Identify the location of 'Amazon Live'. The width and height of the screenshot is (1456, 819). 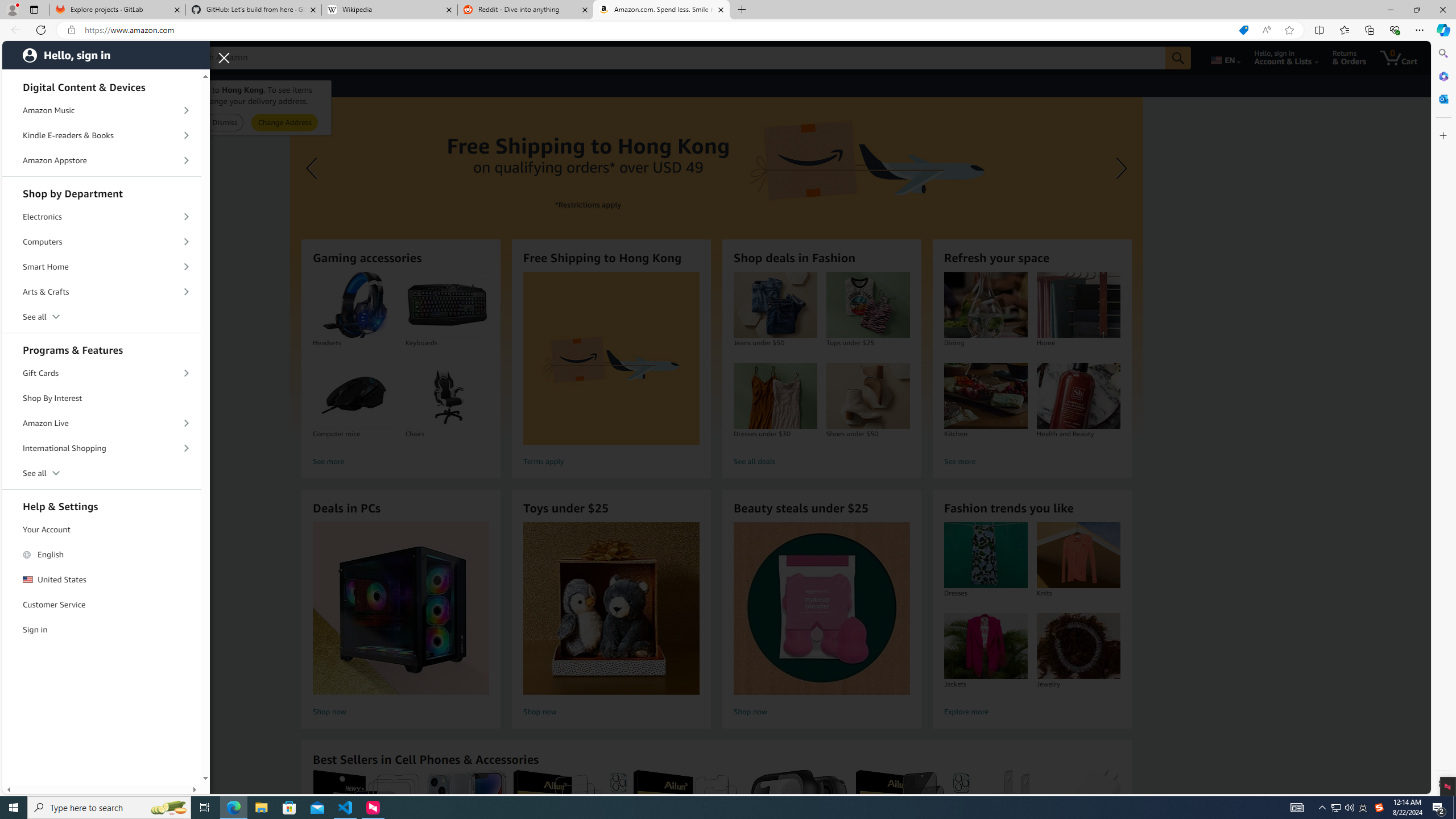
(102, 422).